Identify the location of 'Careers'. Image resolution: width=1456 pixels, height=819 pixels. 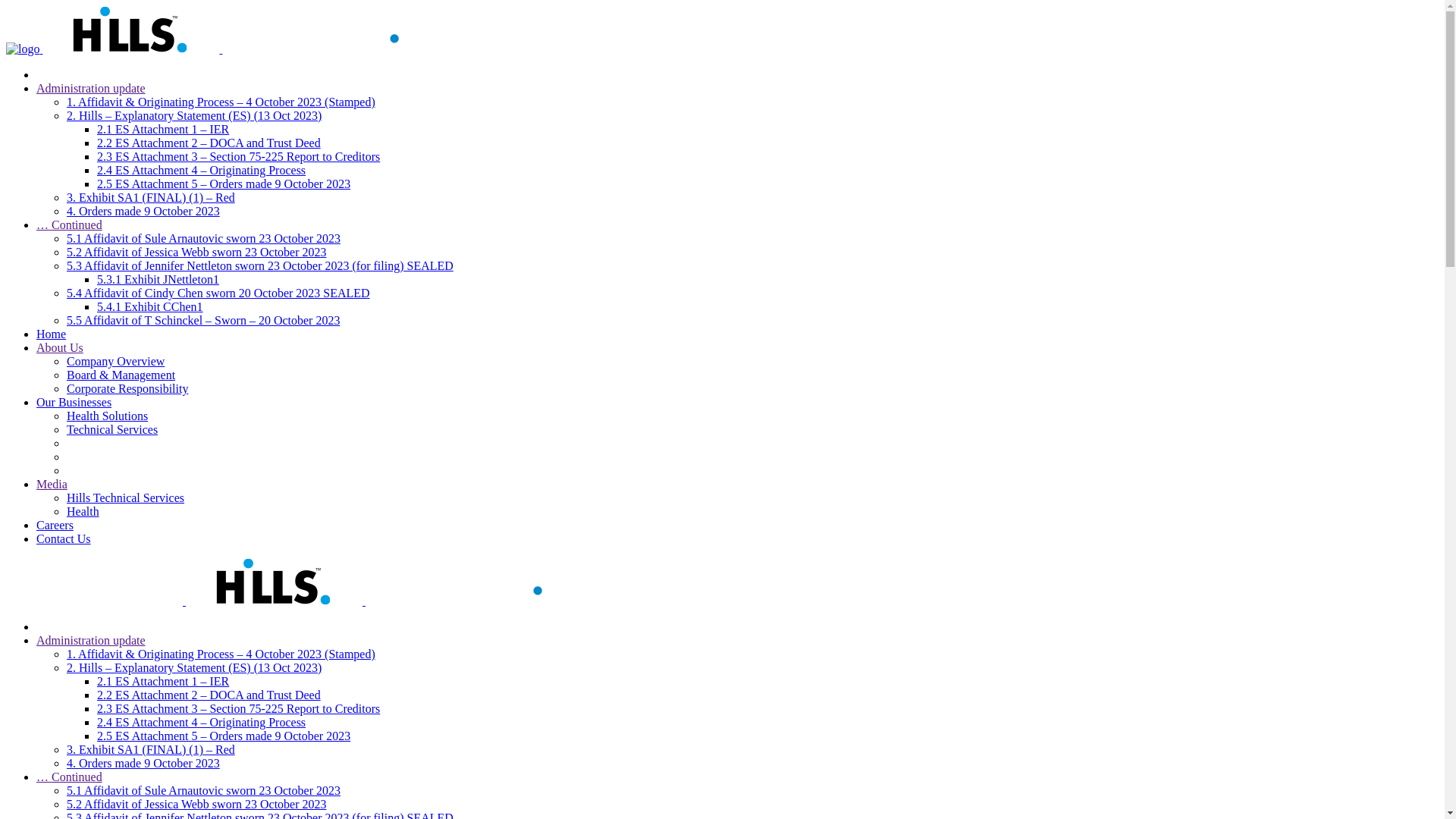
(55, 524).